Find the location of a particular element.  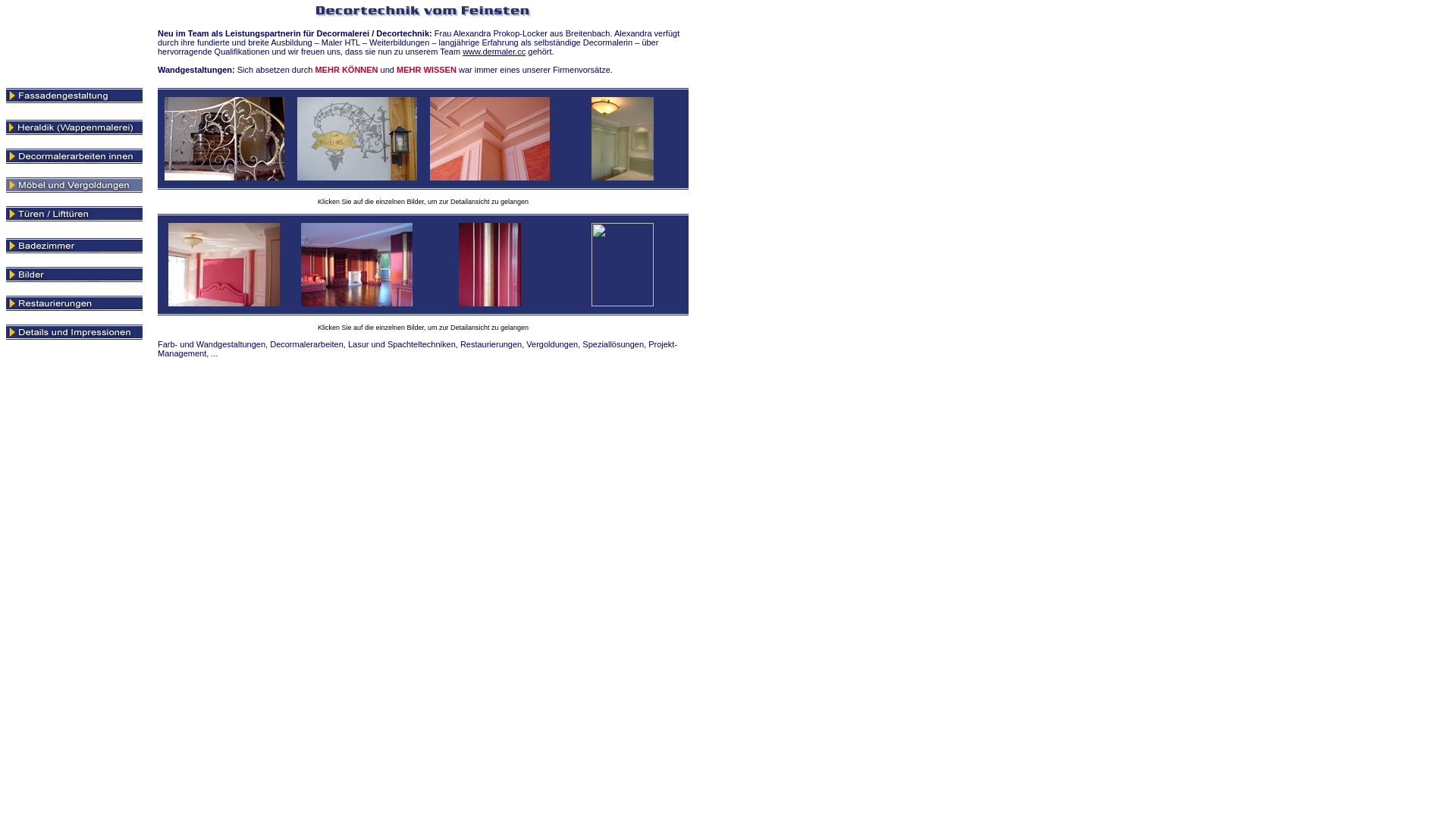

'www.dermaler.cc' is located at coordinates (494, 51).